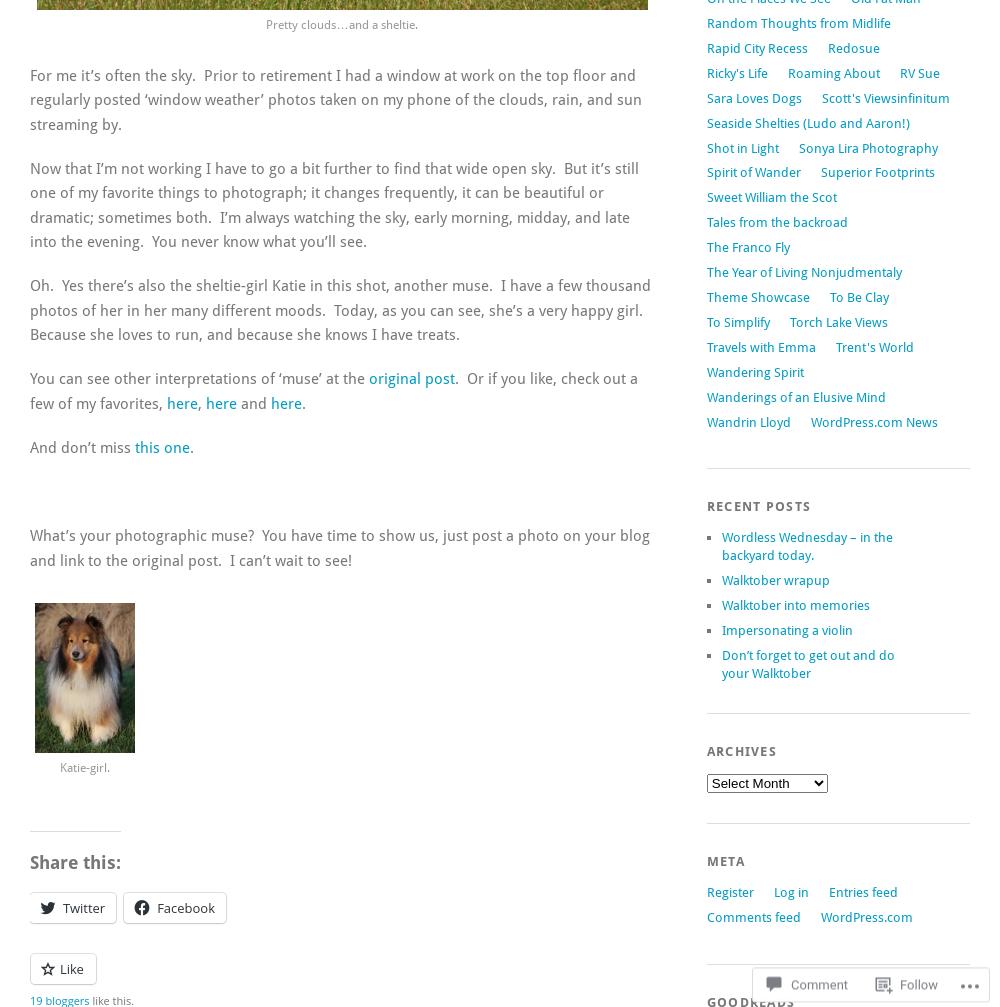 The height and width of the screenshot is (1007, 1000). I want to click on 'Don’t forget to get out and do your Walktober', so click(807, 662).